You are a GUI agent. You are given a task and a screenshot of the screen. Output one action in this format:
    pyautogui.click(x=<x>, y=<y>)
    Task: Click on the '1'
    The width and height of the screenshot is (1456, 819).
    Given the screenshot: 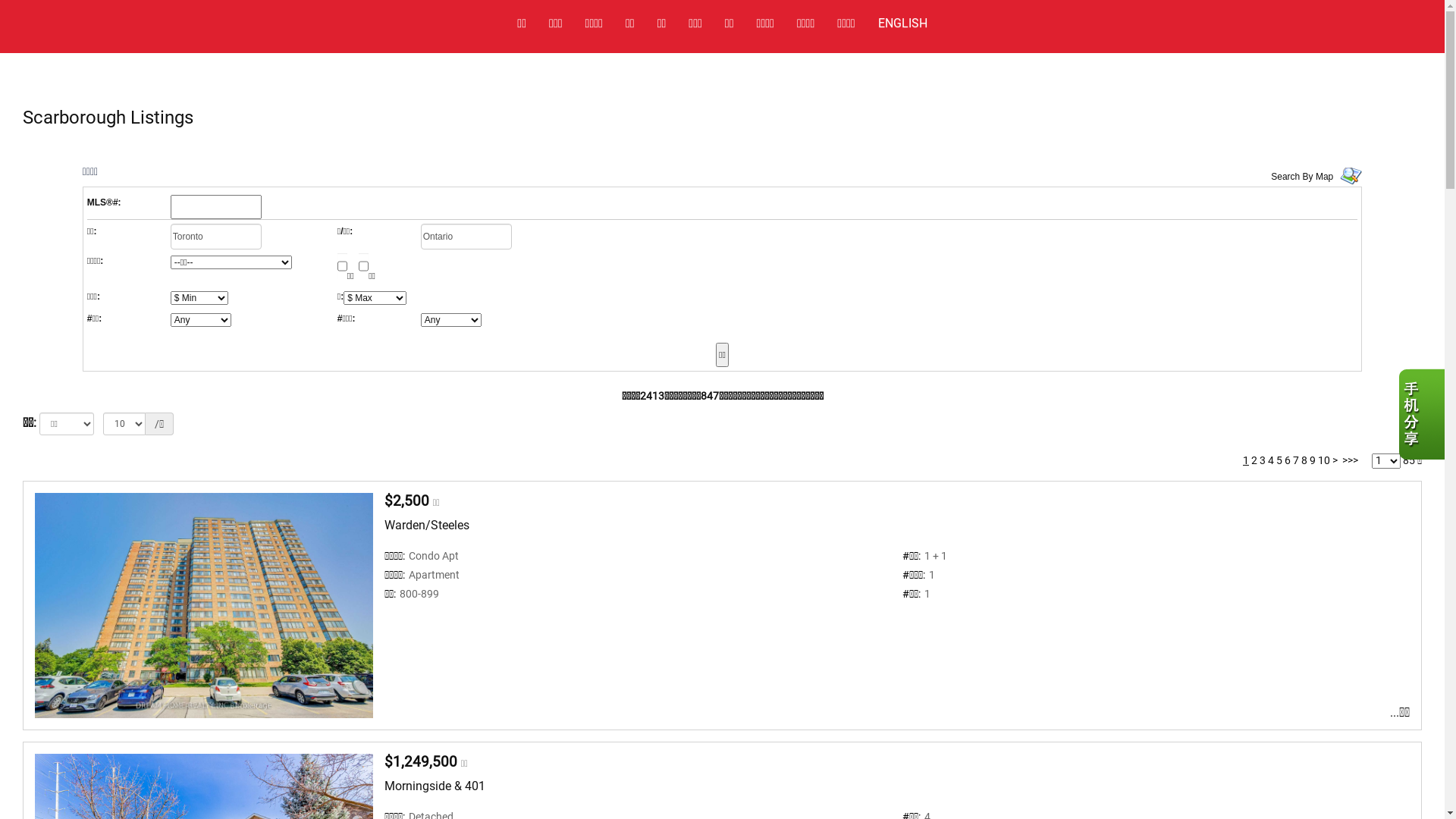 What is the action you would take?
    pyautogui.click(x=1245, y=459)
    